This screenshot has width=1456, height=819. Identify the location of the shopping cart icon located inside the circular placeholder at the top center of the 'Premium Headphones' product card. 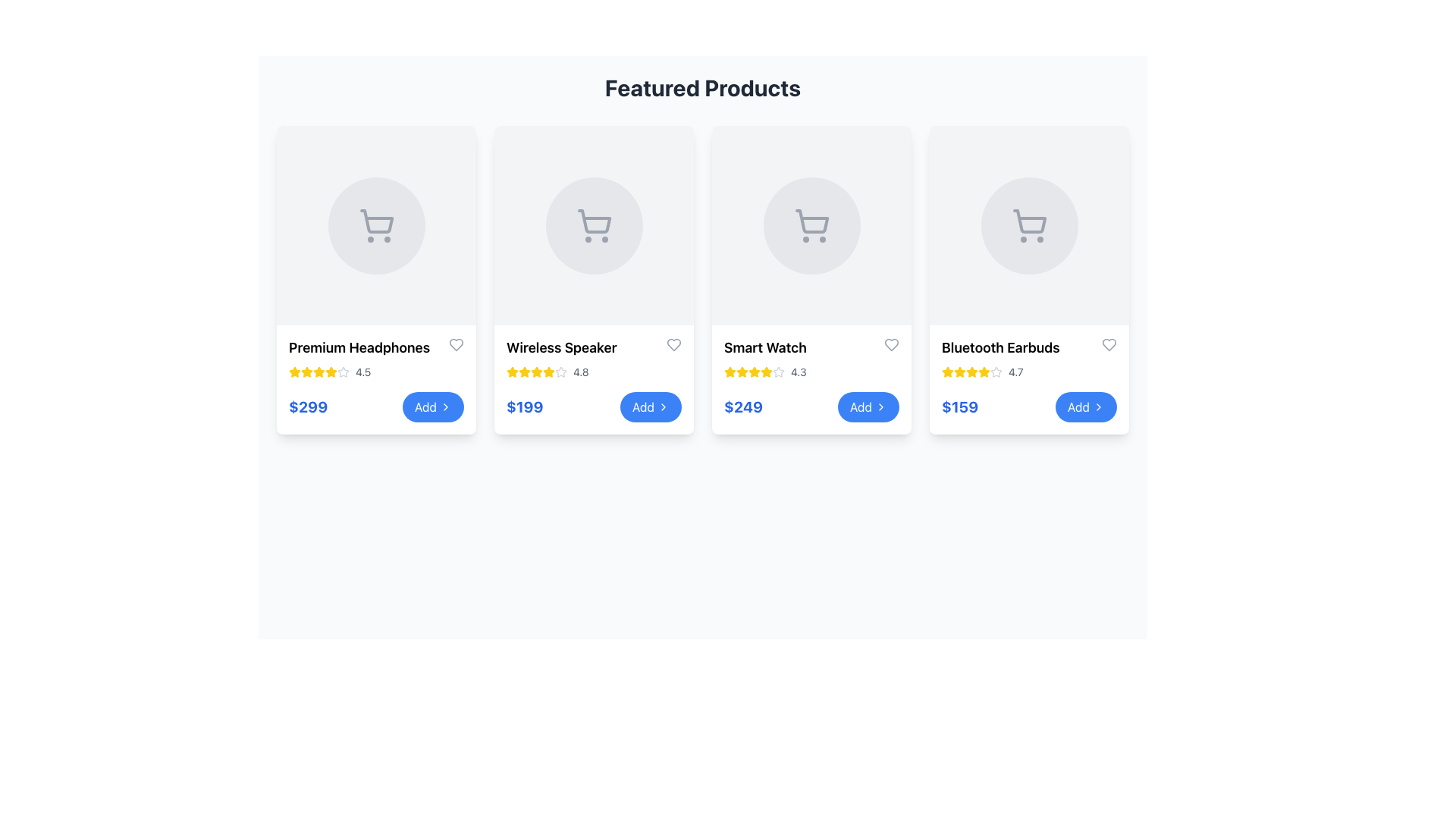
(376, 221).